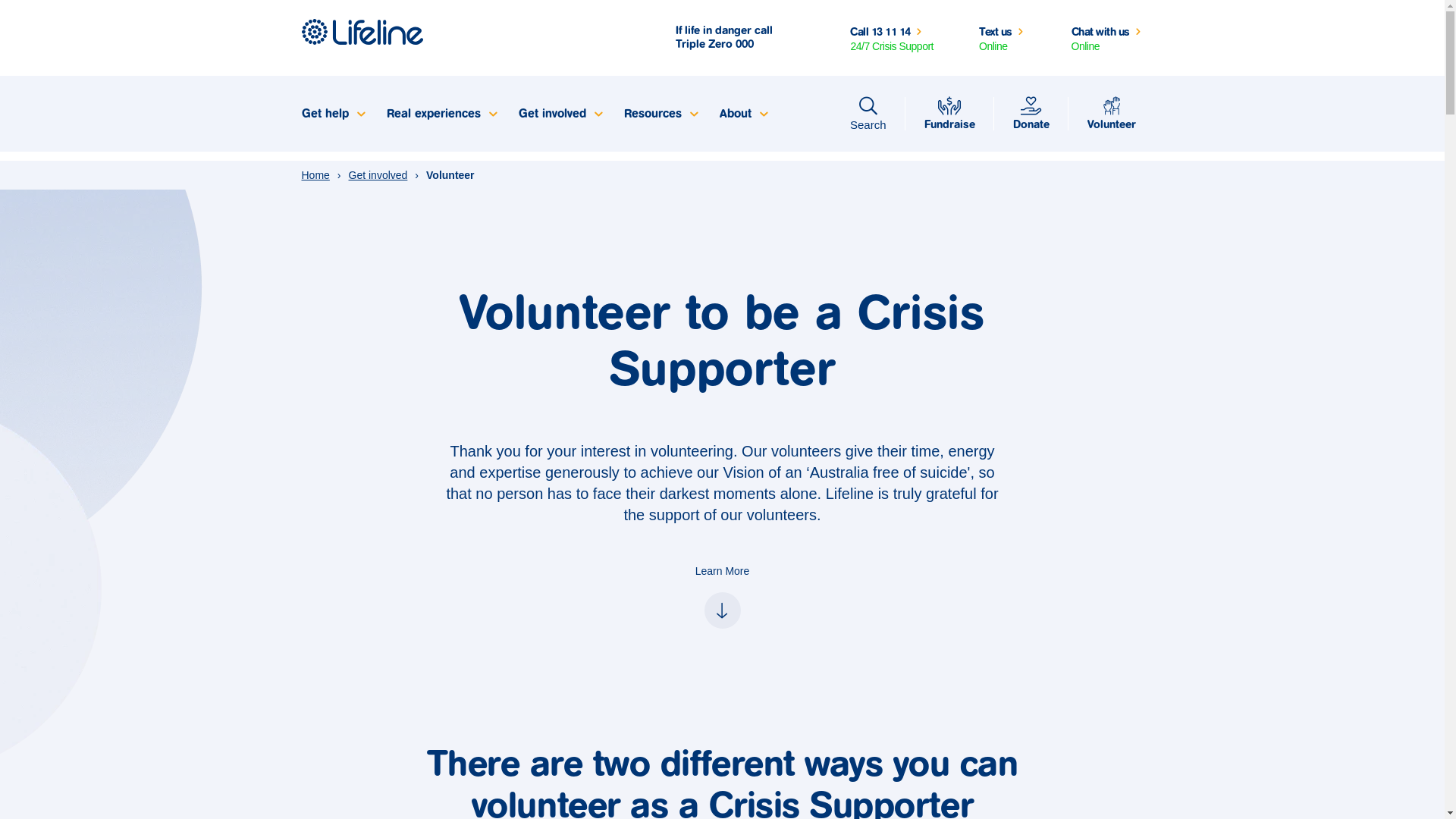 This screenshot has height=819, width=1456. I want to click on 'Volunteer', so click(1110, 113).